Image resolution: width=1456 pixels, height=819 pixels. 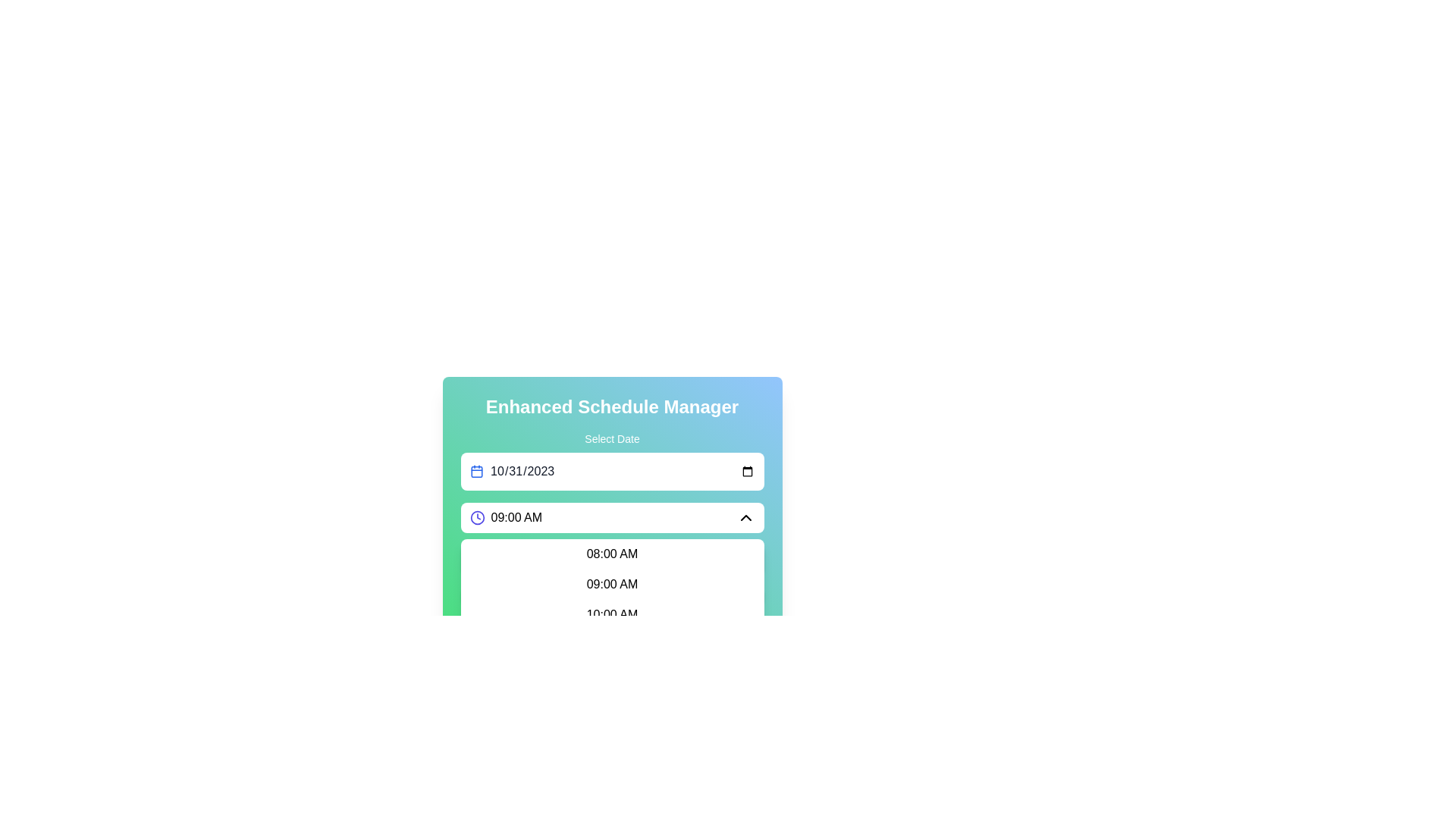 I want to click on the text label that serves as a contextual information label for the date selection input field, located below the heading 'Enhanced Schedule Manager', so click(x=612, y=438).